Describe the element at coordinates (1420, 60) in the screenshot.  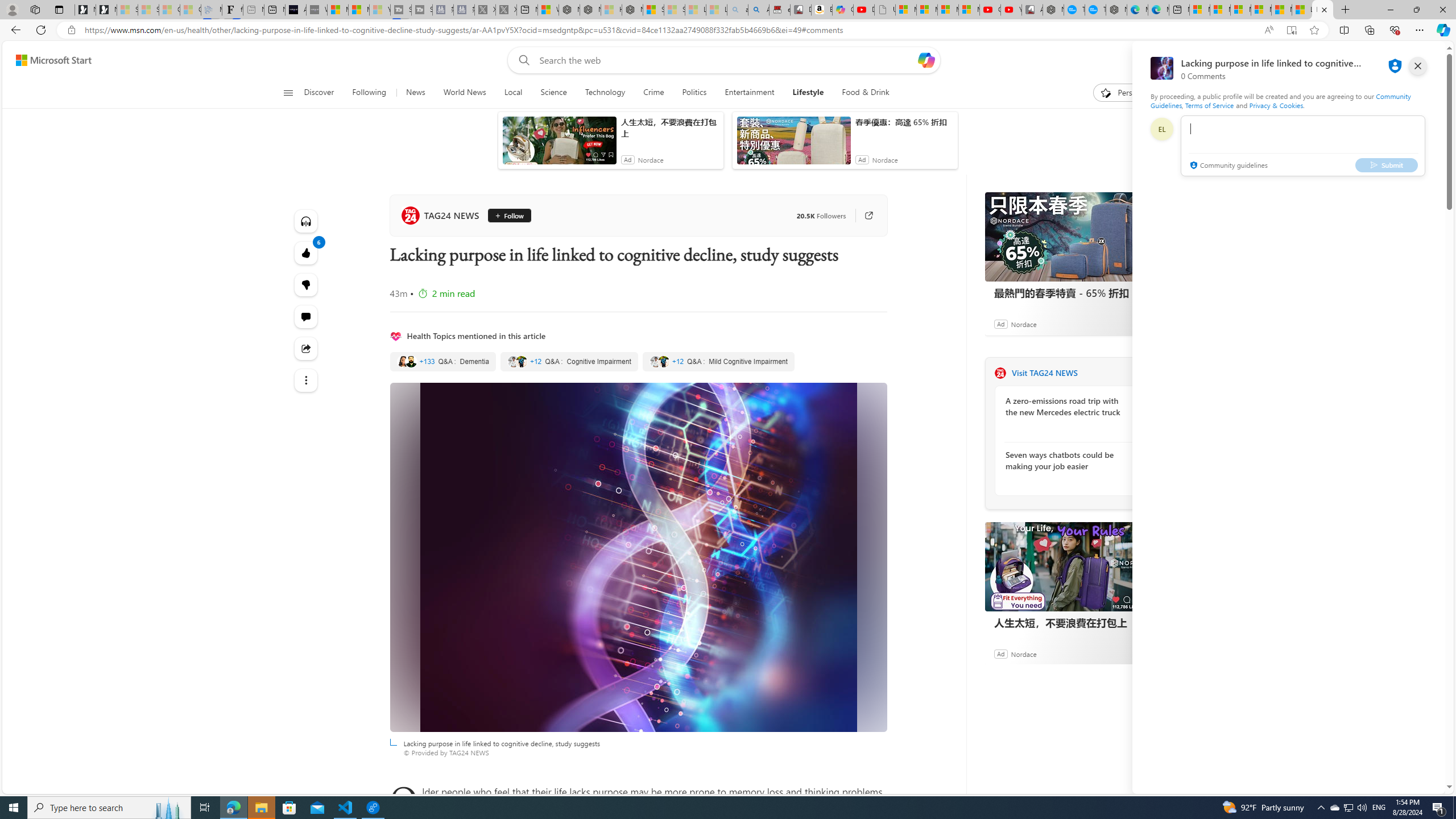
I see `'Open settings'` at that location.